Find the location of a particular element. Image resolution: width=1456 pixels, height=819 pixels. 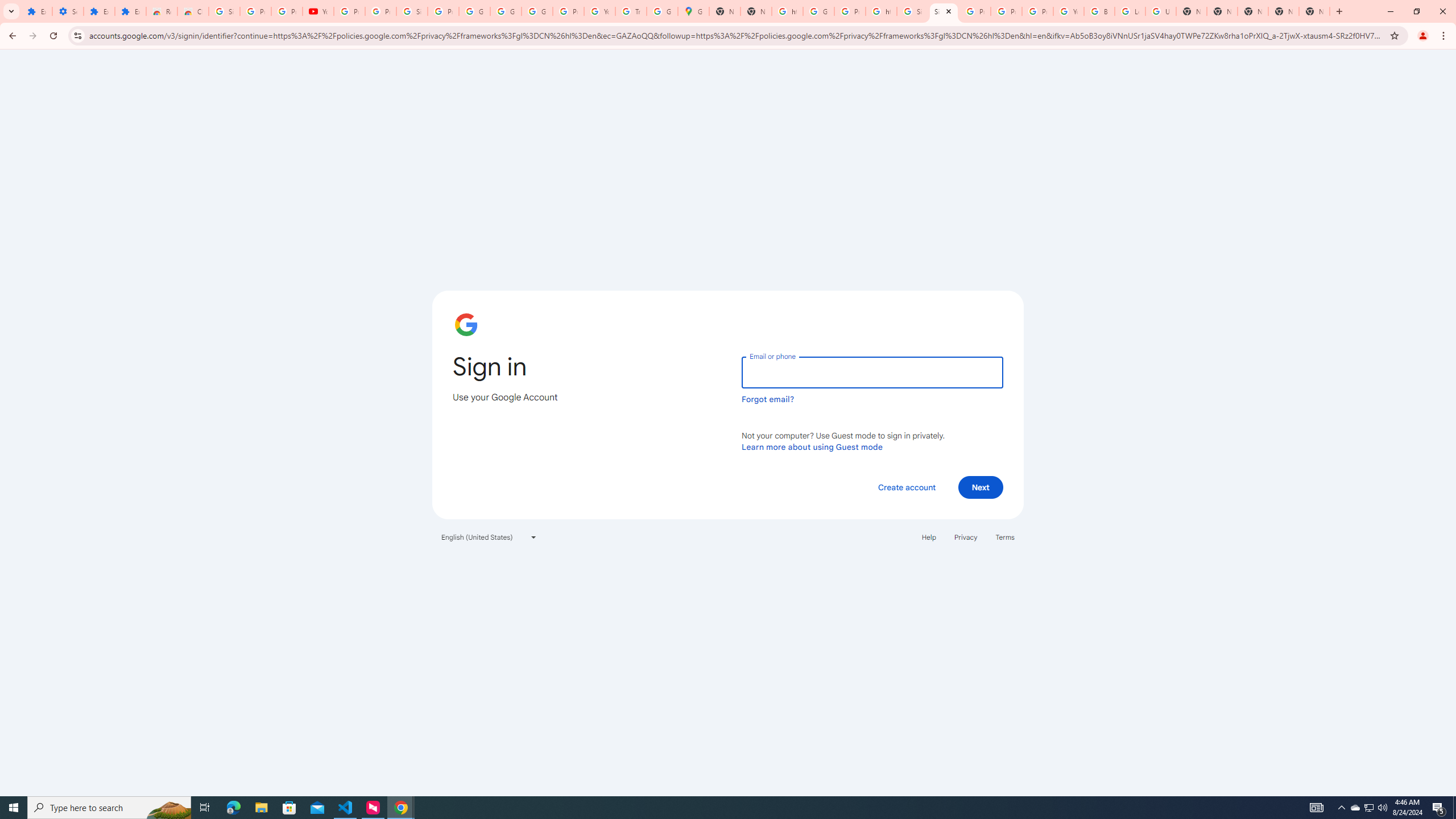

'Help' is located at coordinates (928, 536).